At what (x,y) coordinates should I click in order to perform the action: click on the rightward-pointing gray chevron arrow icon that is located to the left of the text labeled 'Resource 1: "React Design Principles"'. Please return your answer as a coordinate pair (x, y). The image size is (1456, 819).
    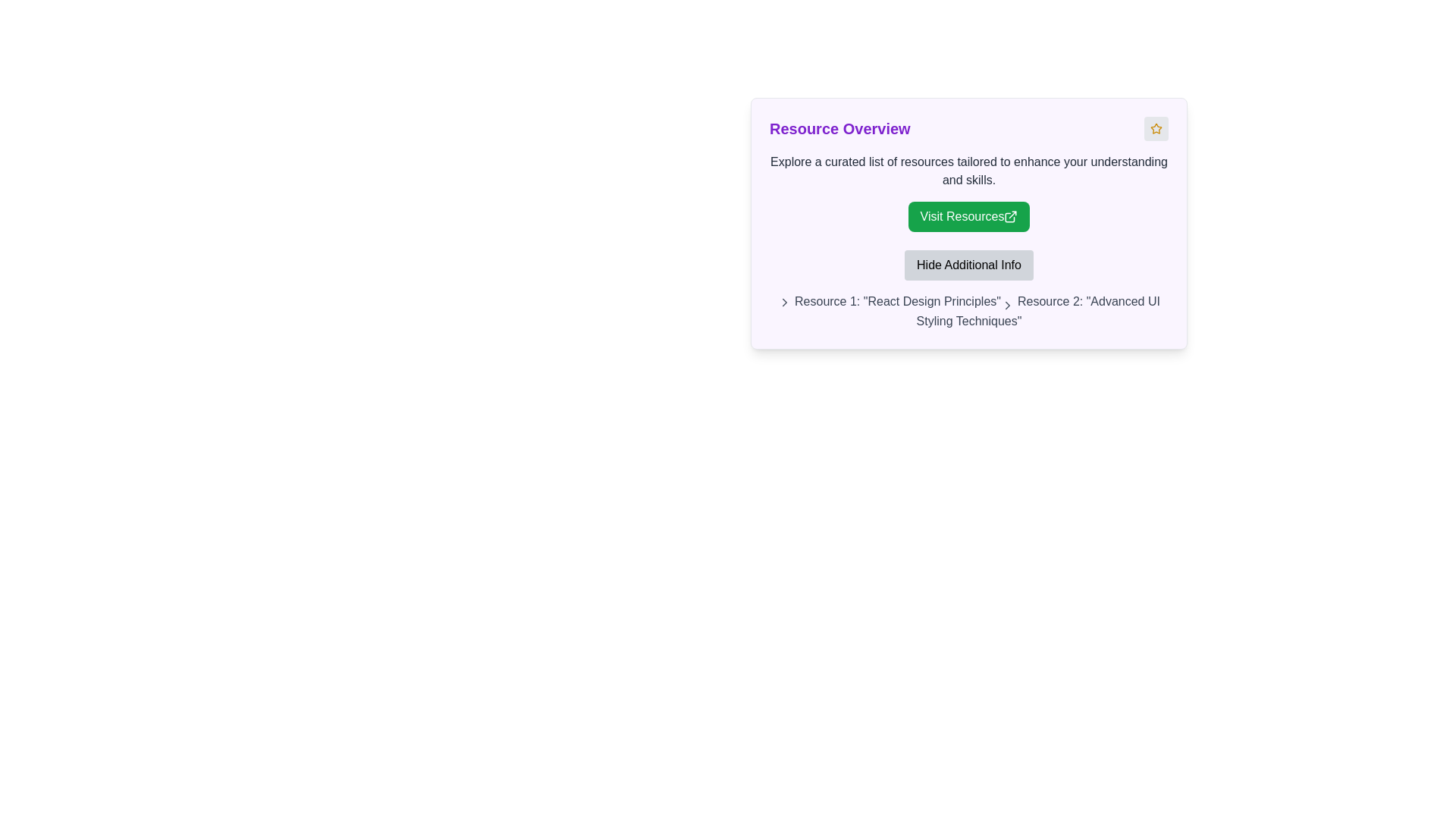
    Looking at the image, I should click on (785, 302).